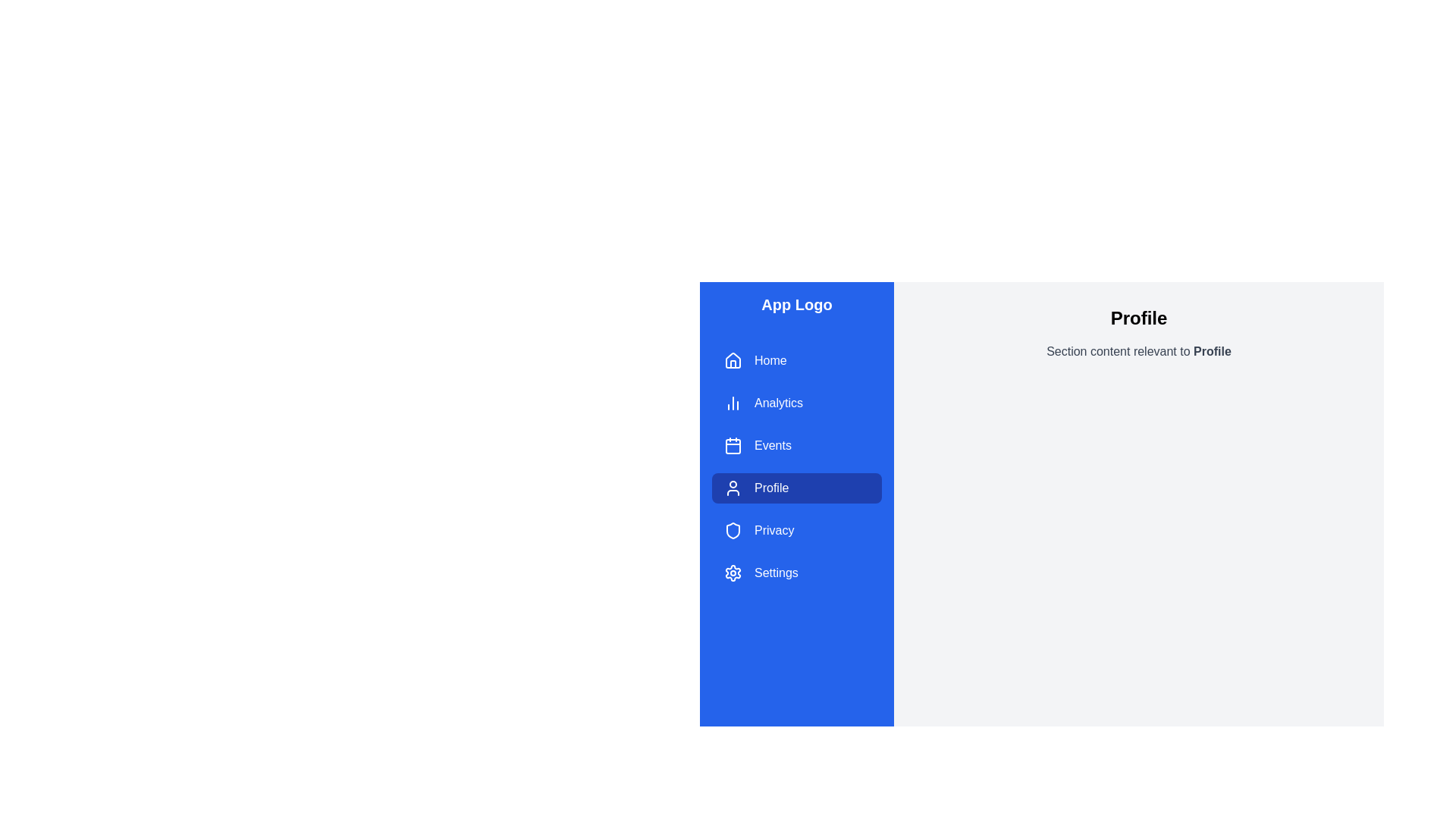 The width and height of the screenshot is (1456, 819). I want to click on the 'Analytics' text label within the second button in the sidebar for navigation, so click(779, 403).